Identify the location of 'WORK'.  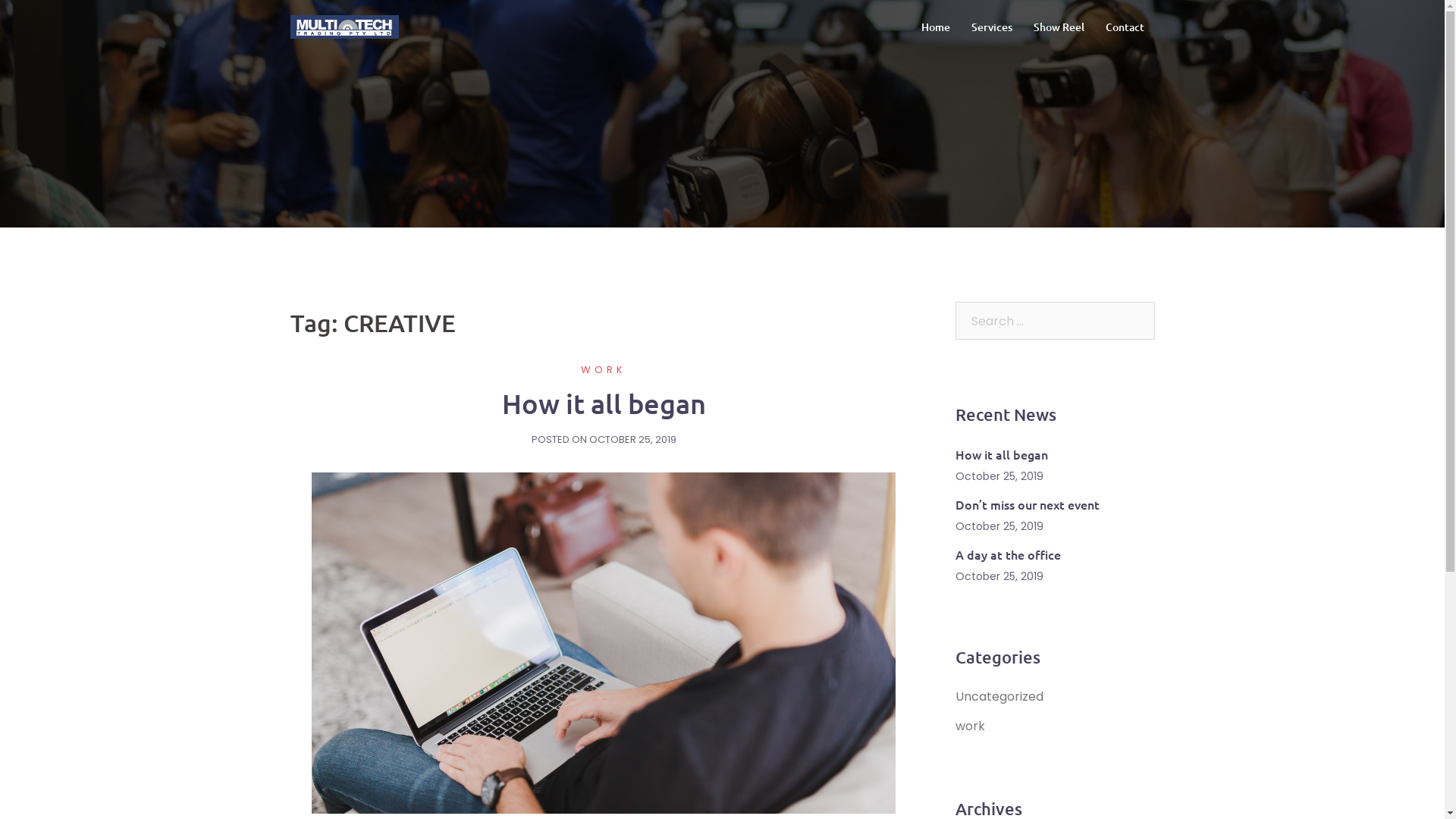
(603, 369).